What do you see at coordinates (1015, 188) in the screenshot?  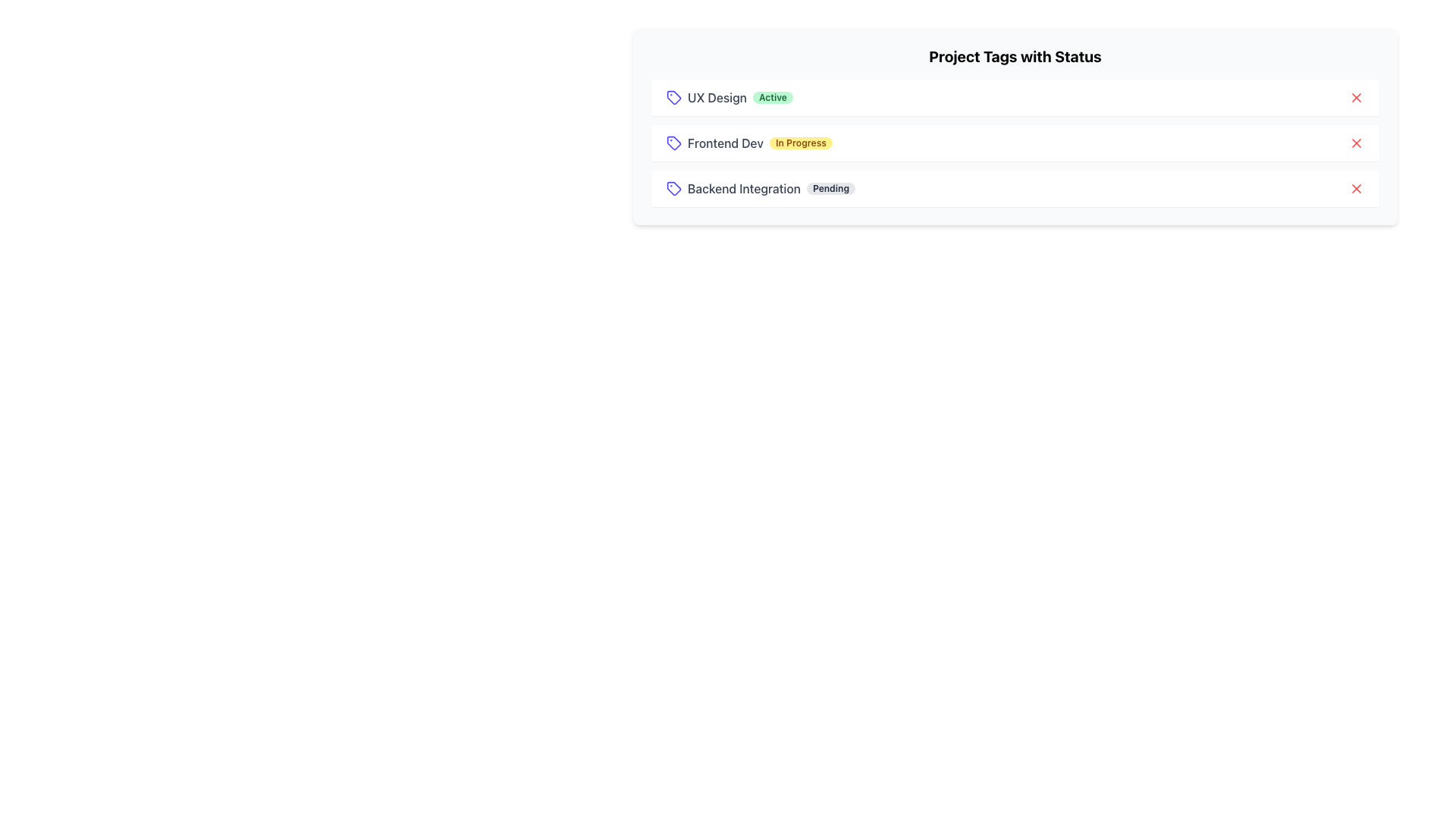 I see `the 'Backend Integration' status item in the project status list to modify or view its details` at bounding box center [1015, 188].